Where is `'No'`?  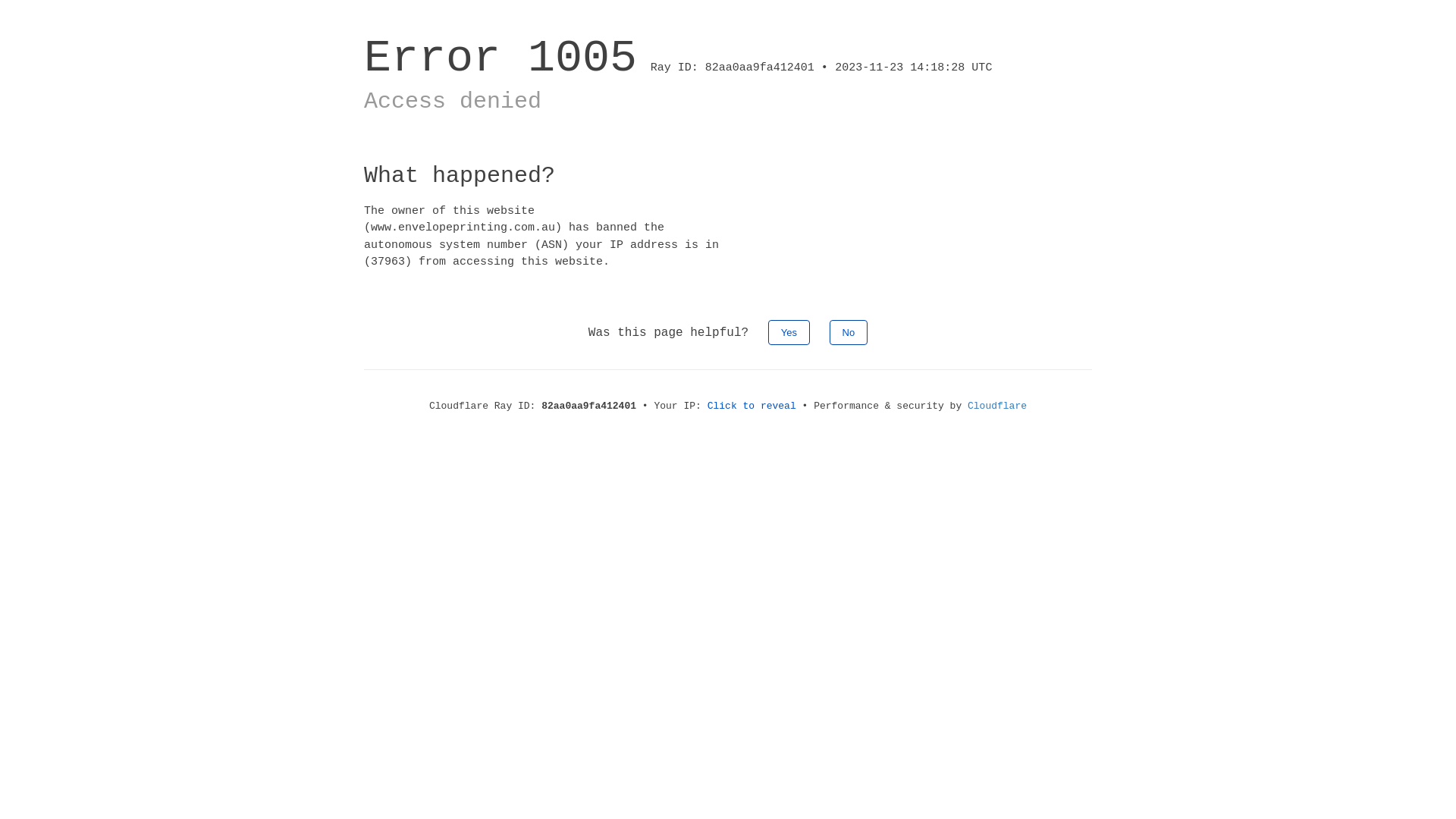
'No' is located at coordinates (848, 331).